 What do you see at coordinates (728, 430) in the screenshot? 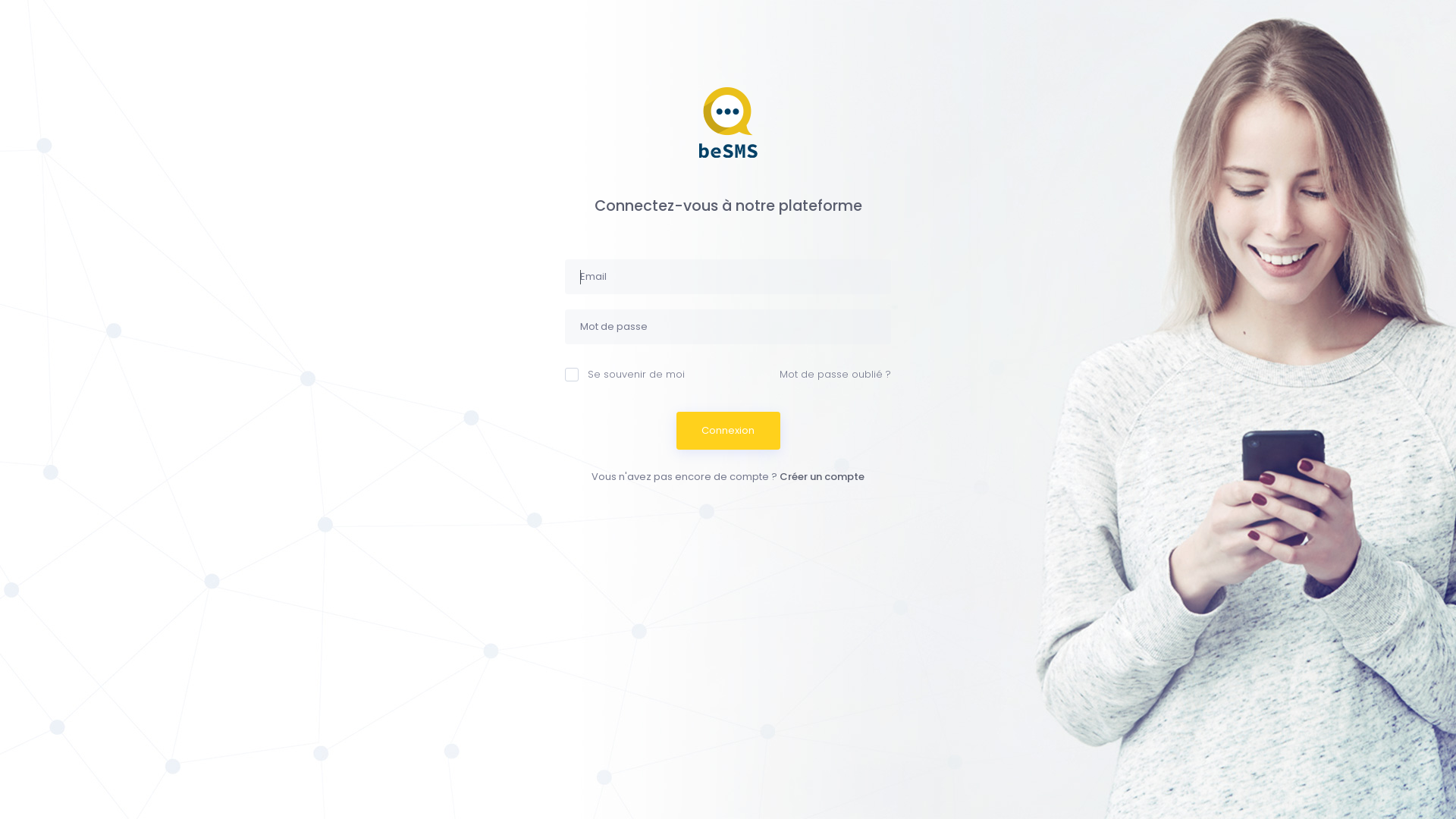
I see `'Connexion'` at bounding box center [728, 430].